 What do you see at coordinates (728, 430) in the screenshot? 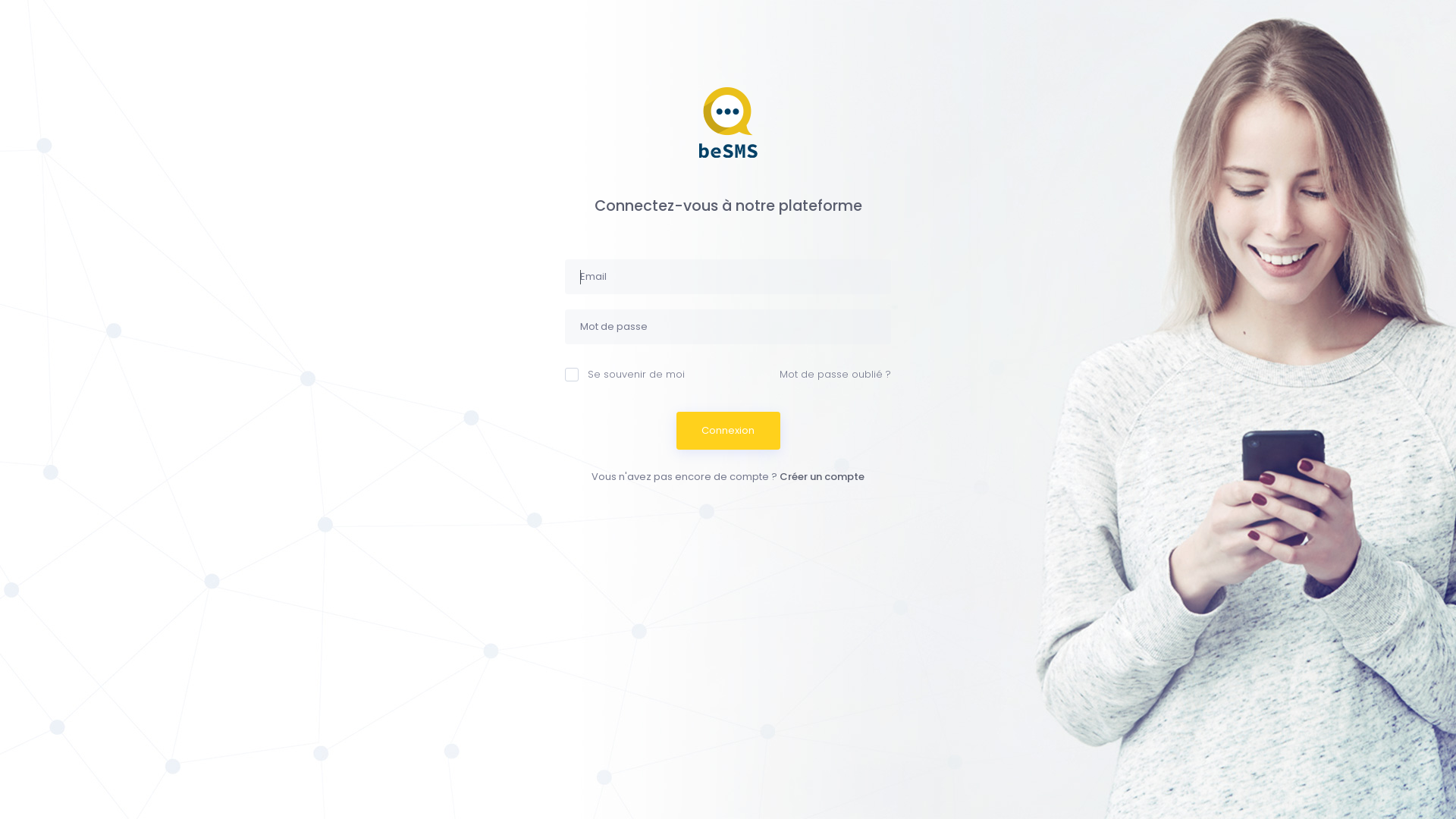
I see `'Connexion'` at bounding box center [728, 430].